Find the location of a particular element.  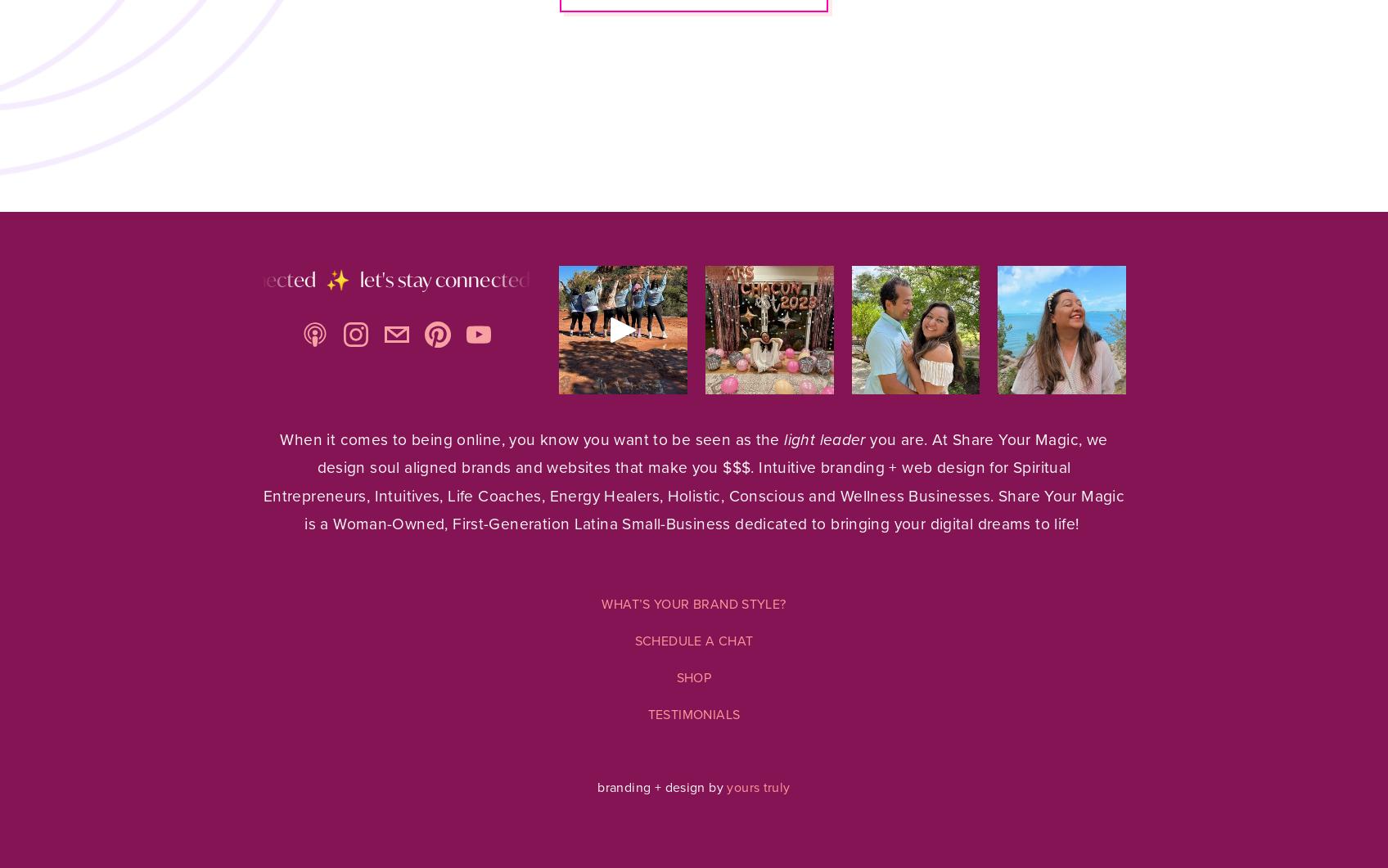

'SCHEDULE A CHAT' is located at coordinates (692, 641).